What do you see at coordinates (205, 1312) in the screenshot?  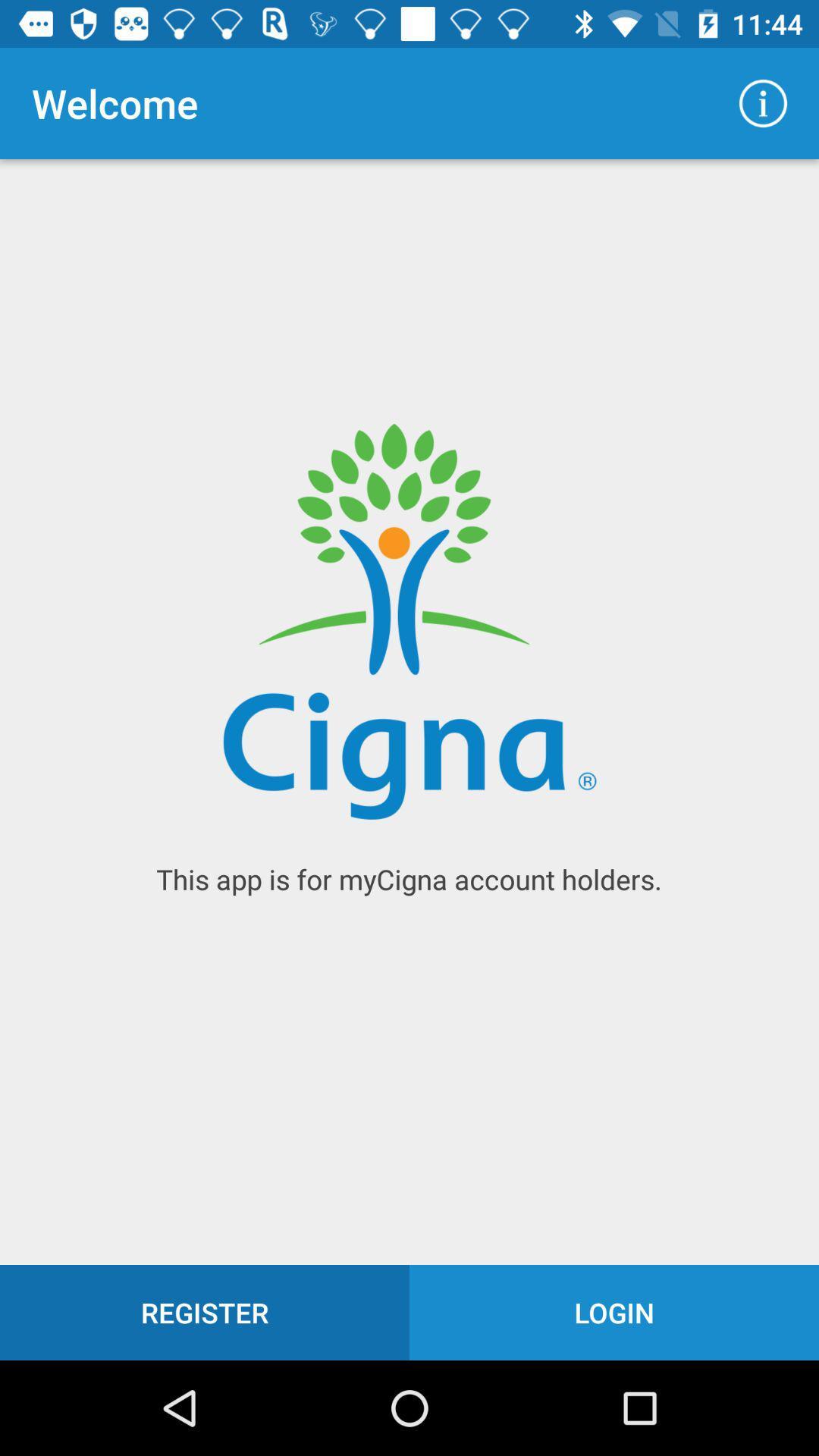 I see `the icon at the bottom left corner` at bounding box center [205, 1312].